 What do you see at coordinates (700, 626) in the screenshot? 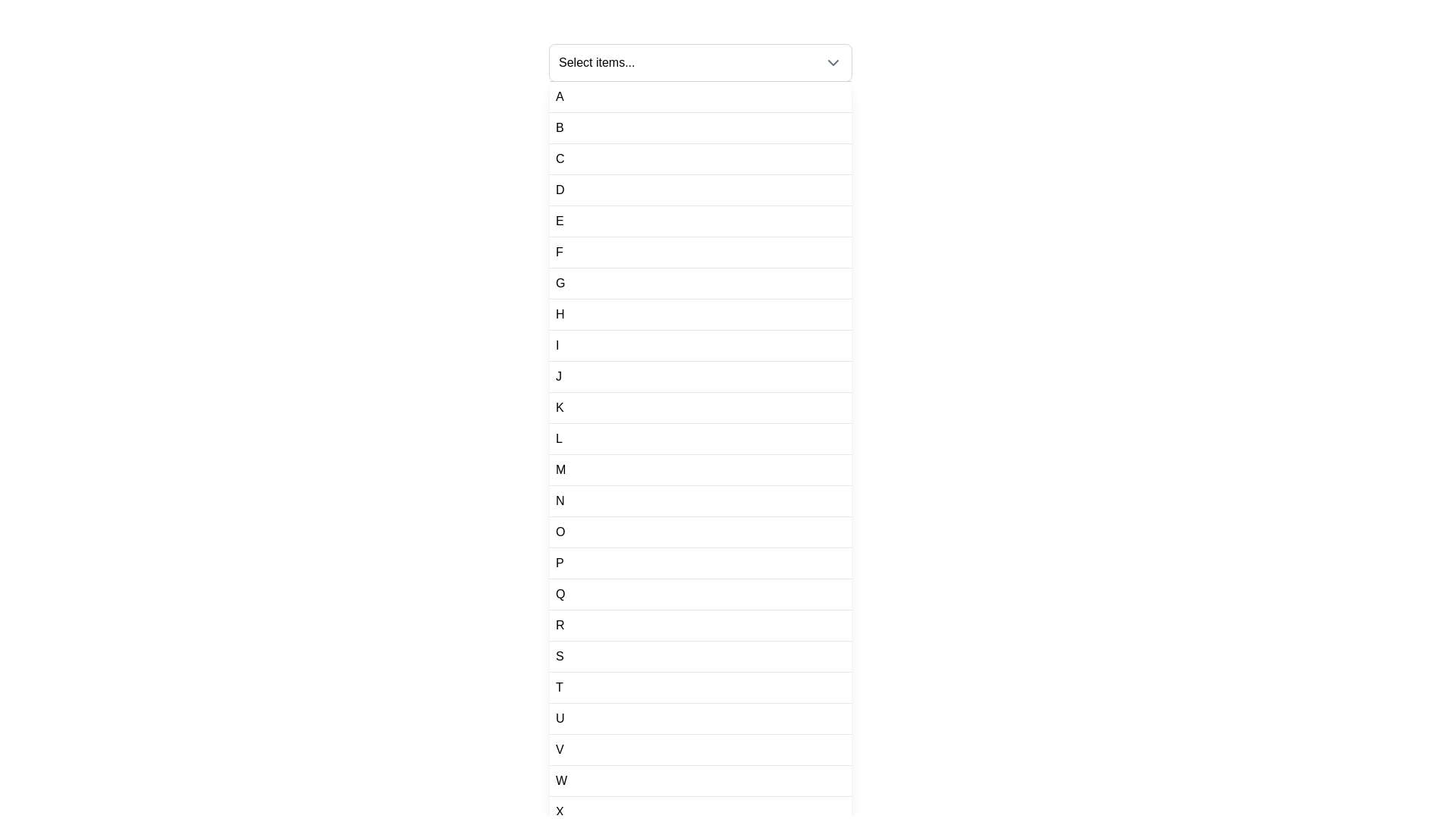
I see `the selectable list item containing the bold letter 'R'` at bounding box center [700, 626].